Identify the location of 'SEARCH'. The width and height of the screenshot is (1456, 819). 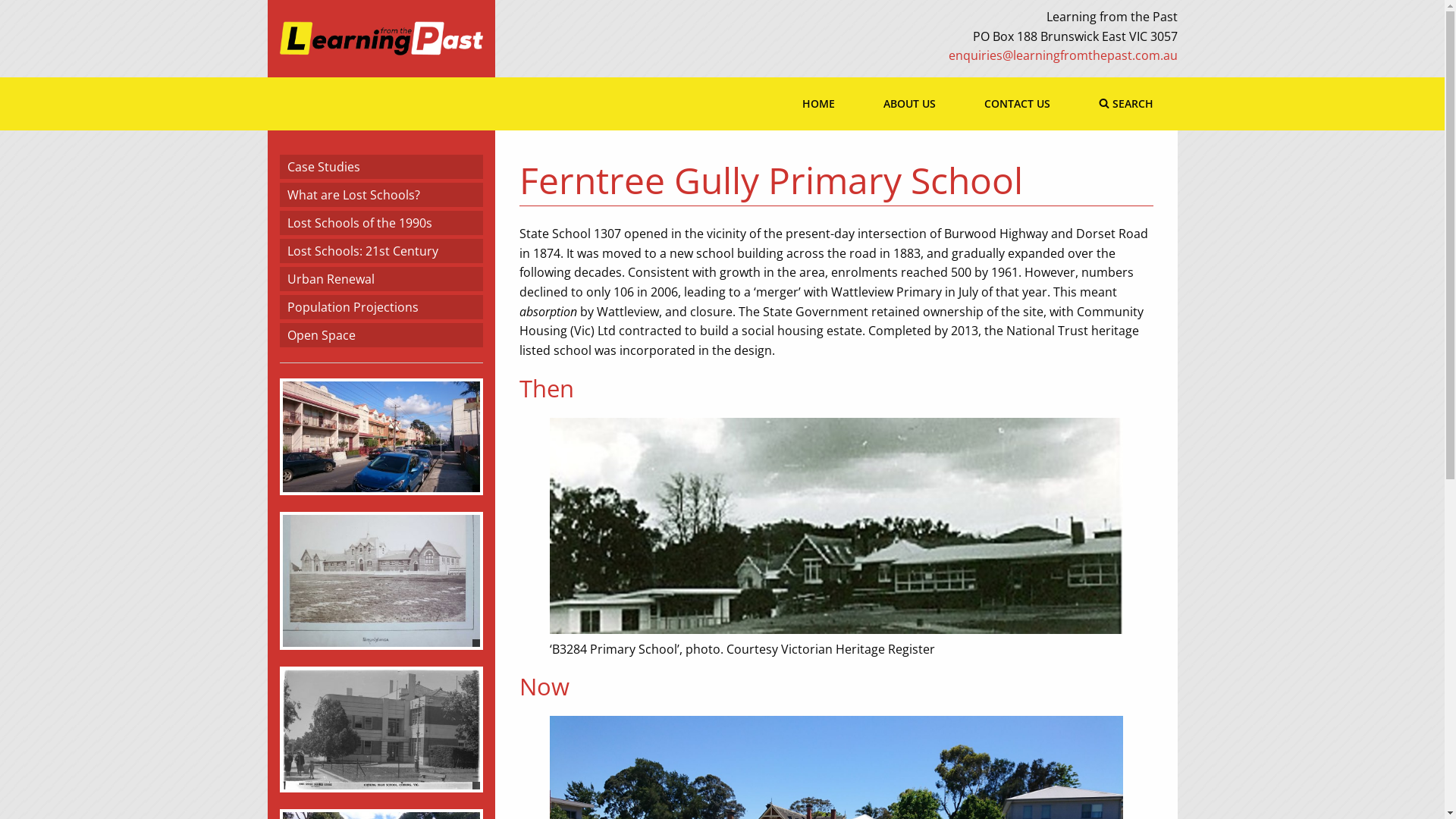
(1073, 103).